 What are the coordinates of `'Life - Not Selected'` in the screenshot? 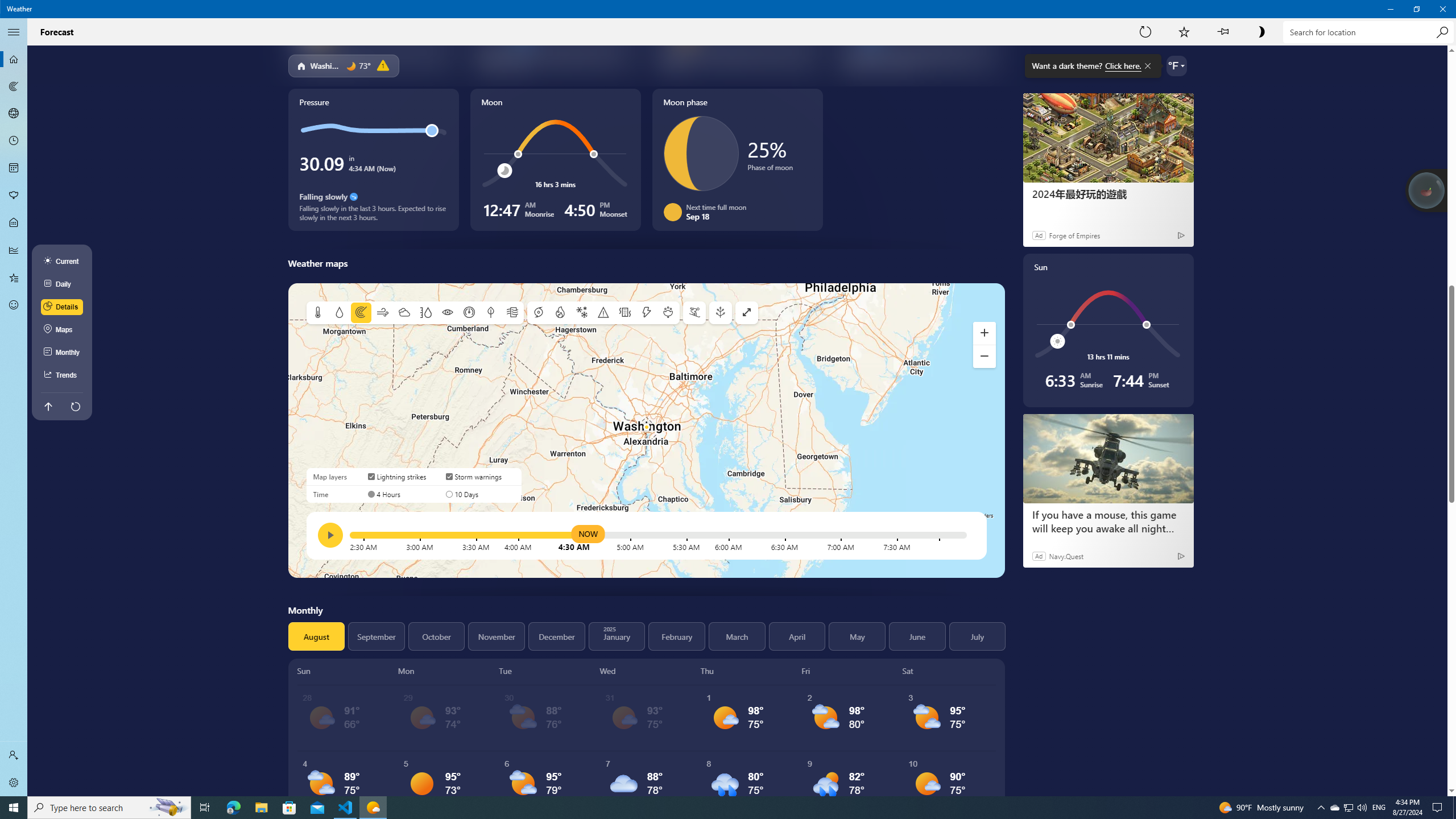 It's located at (14, 222).